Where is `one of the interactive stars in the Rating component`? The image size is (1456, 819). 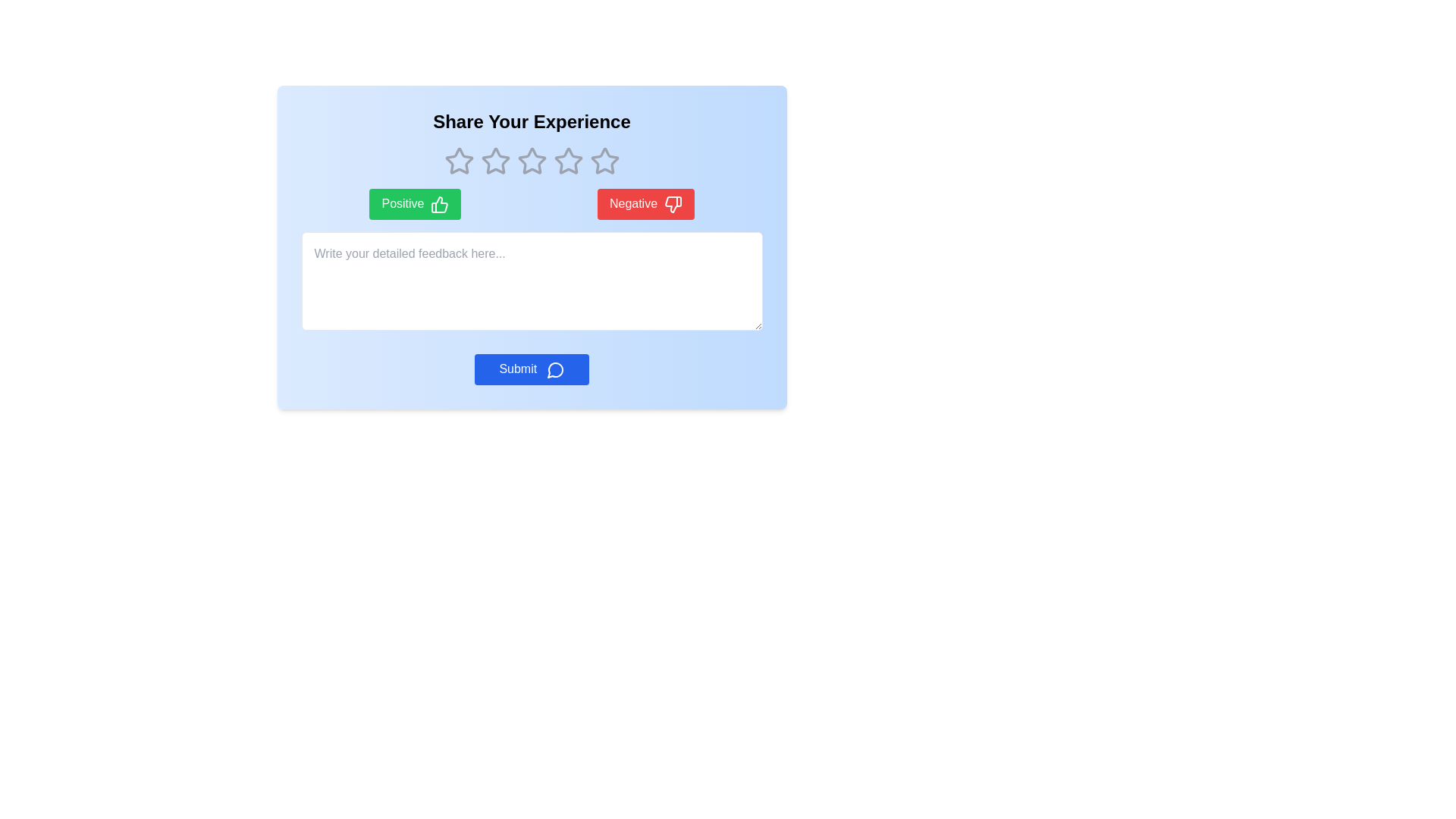
one of the interactive stars in the Rating component is located at coordinates (532, 161).